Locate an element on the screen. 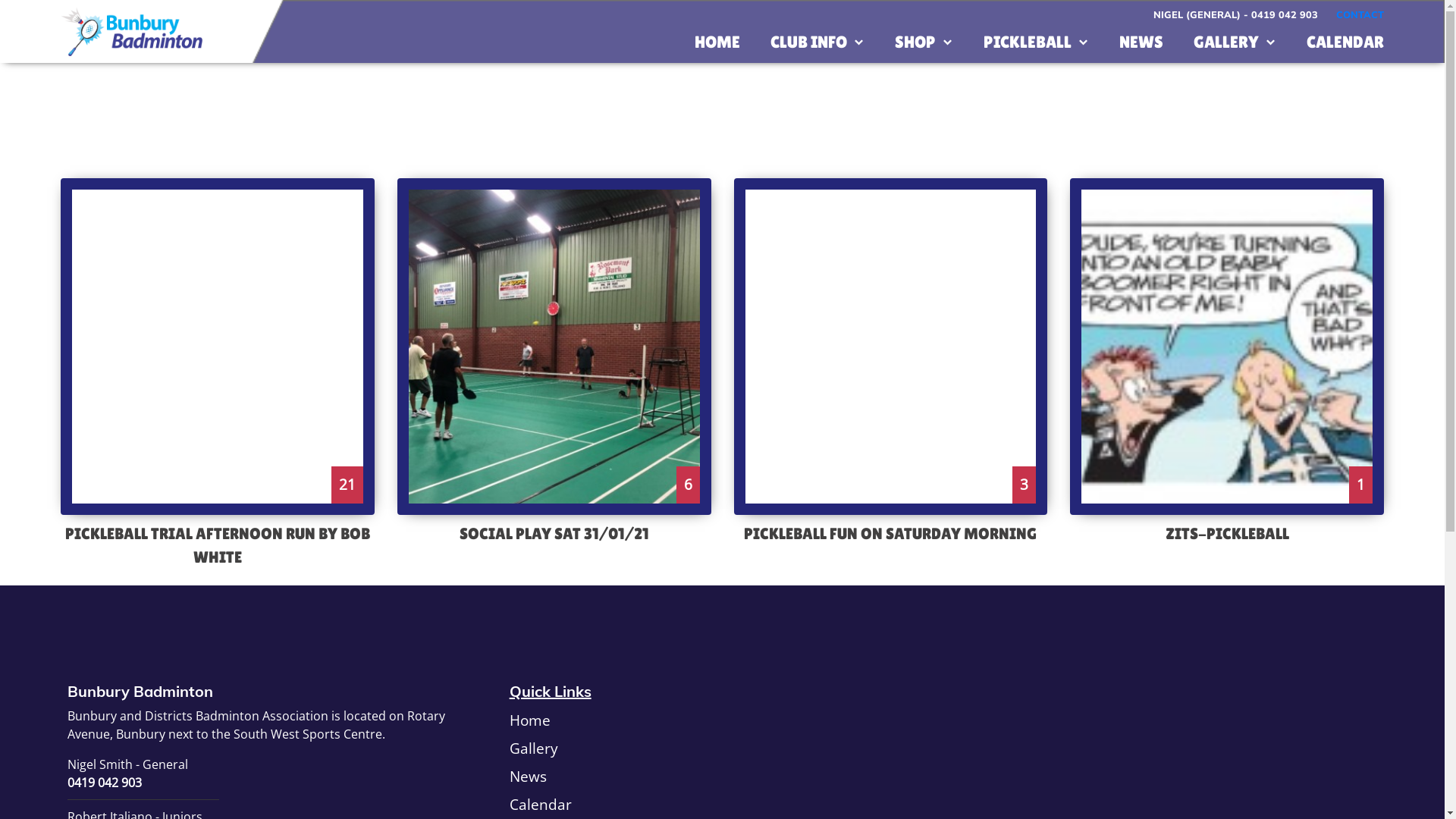 This screenshot has width=1456, height=819. 'PICKLEBALL' is located at coordinates (1035, 42).